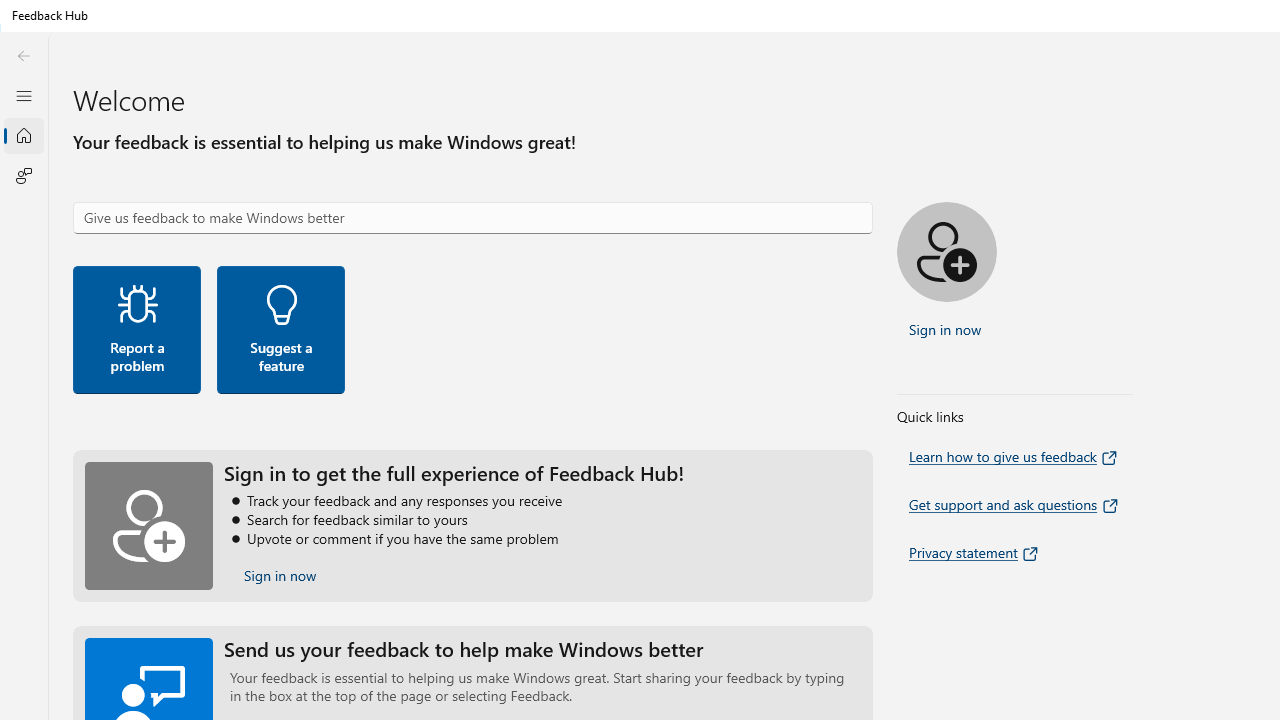 The height and width of the screenshot is (720, 1280). What do you see at coordinates (1014, 456) in the screenshot?
I see `'Learn how to give us feedback'` at bounding box center [1014, 456].